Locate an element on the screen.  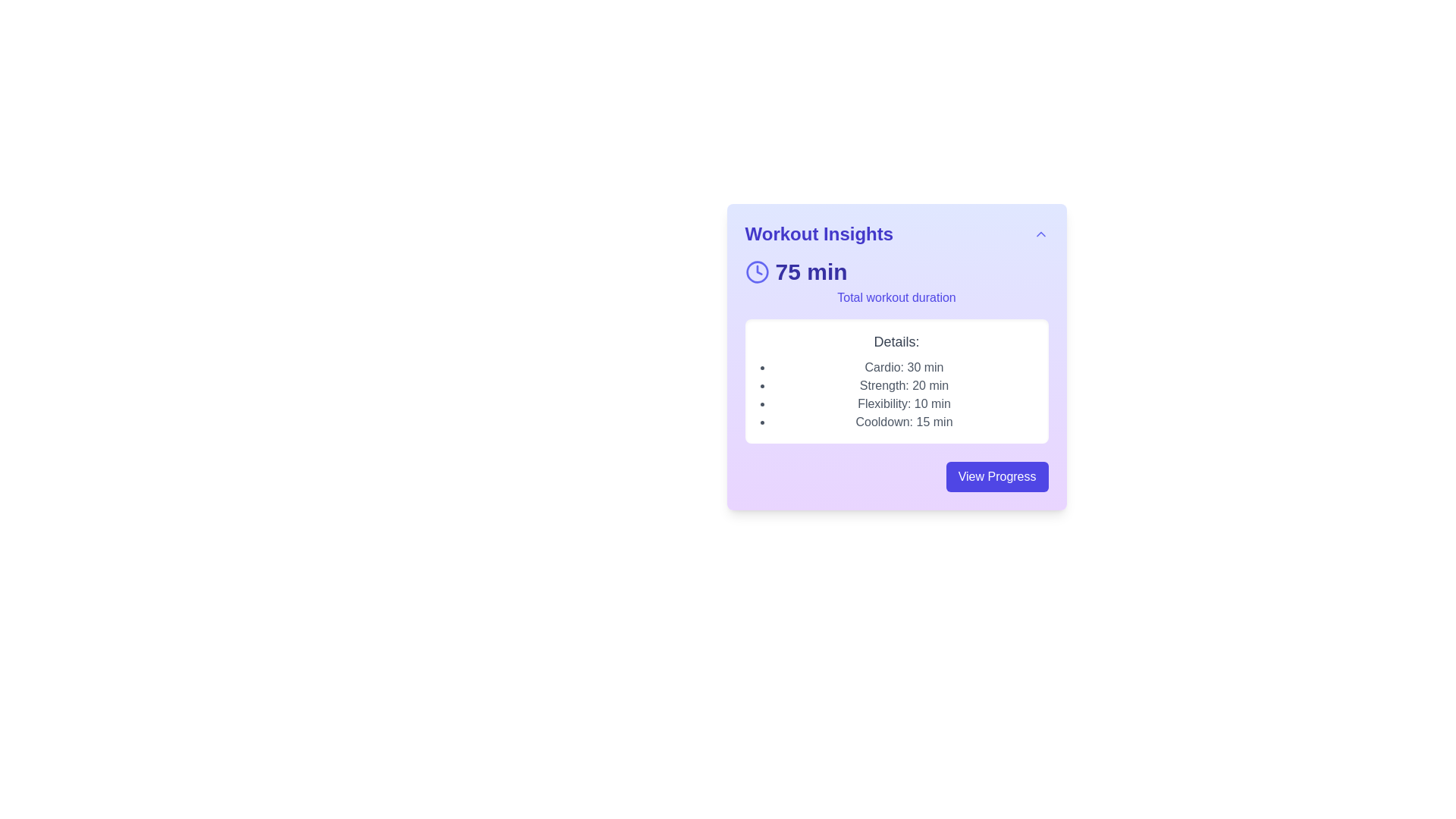
the bulleted list displaying workout details including 'Cardio: 30 min,' 'Strength: 20 min,' 'Flexibility: 10 min,' and 'Cooldown: 15 min,' located below the 'Details:' label in the 'Workout Insights' section is located at coordinates (904, 394).